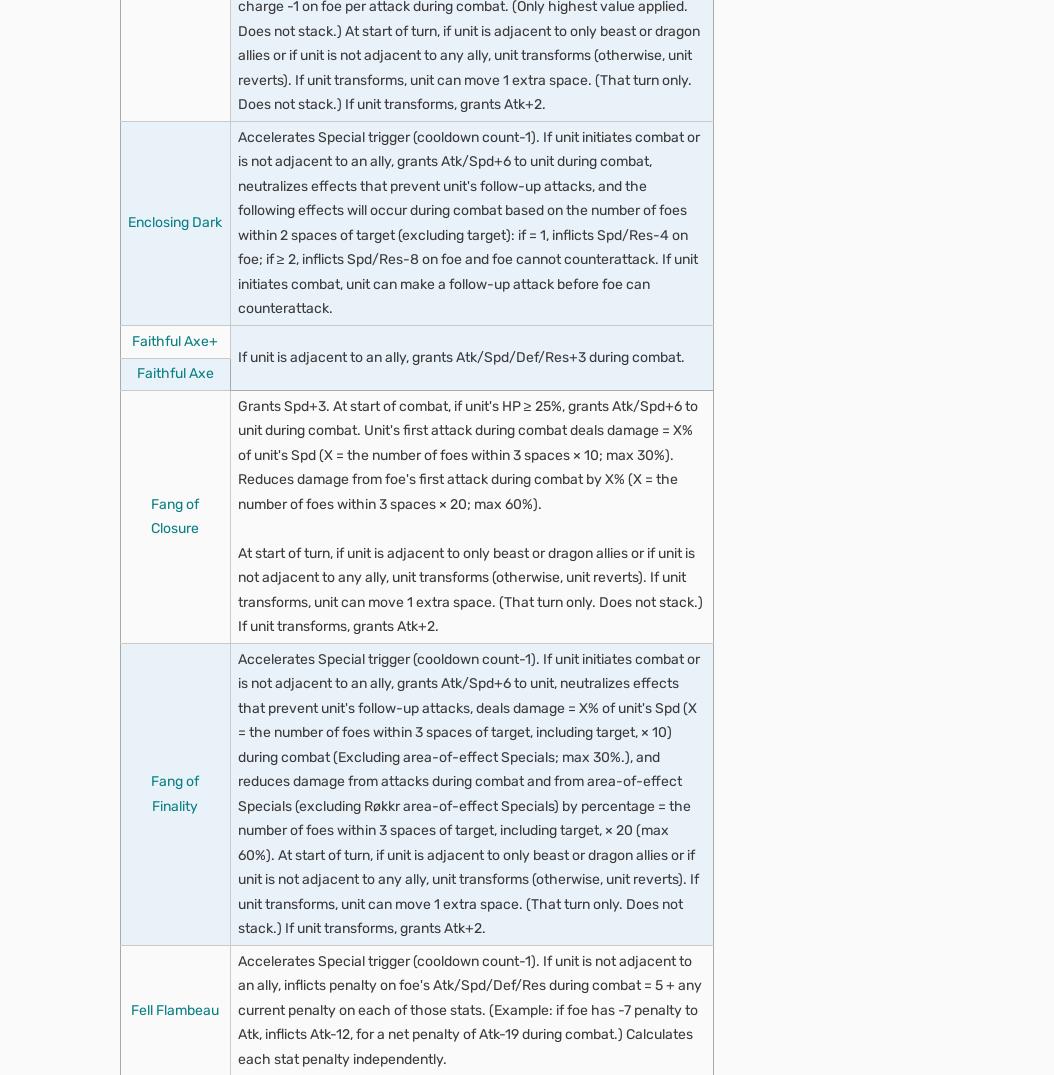  What do you see at coordinates (269, 1031) in the screenshot?
I see `'Weapons'` at bounding box center [269, 1031].